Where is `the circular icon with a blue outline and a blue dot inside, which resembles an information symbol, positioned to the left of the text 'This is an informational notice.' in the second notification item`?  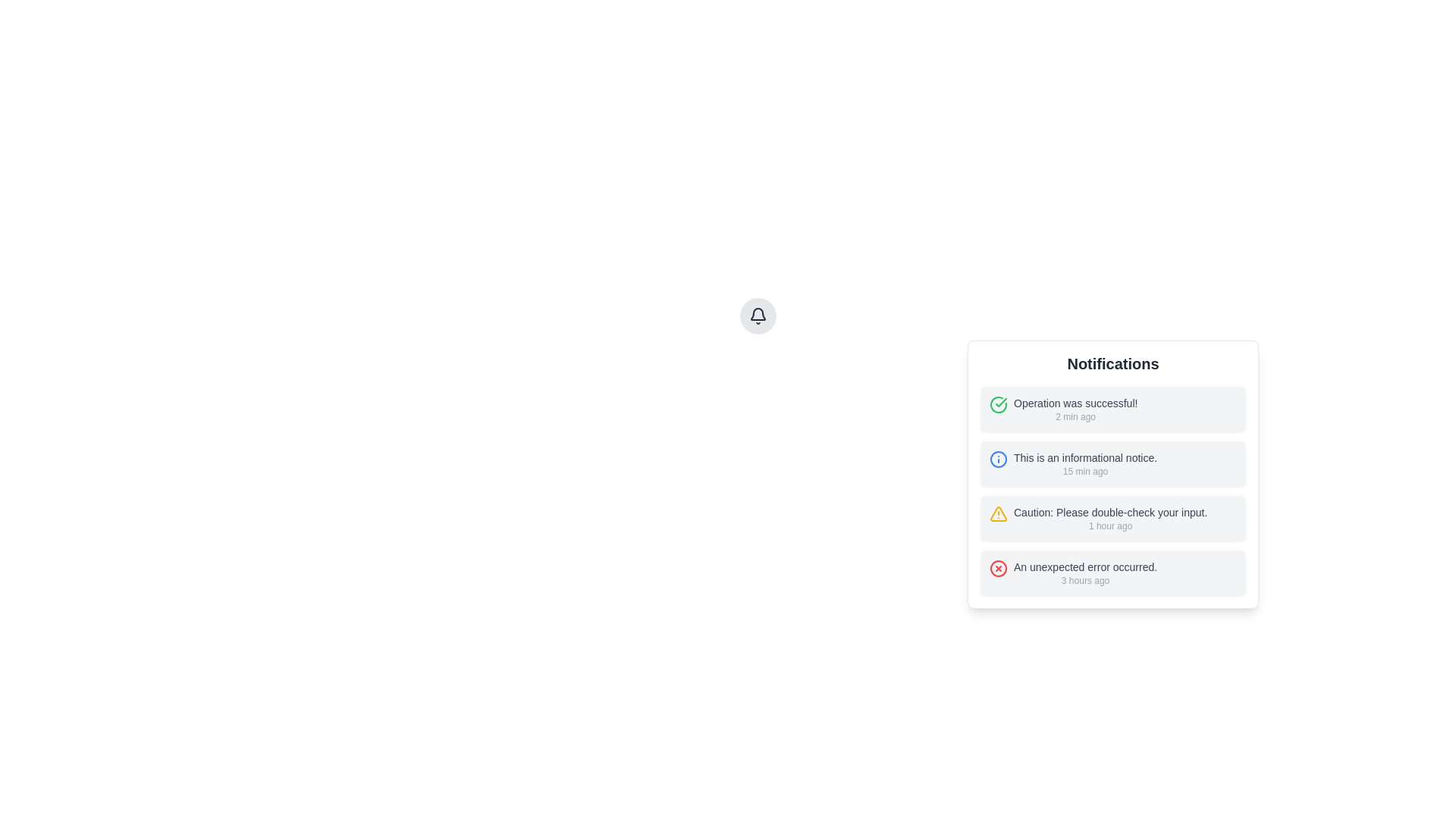
the circular icon with a blue outline and a blue dot inside, which resembles an information symbol, positioned to the left of the text 'This is an informational notice.' in the second notification item is located at coordinates (998, 458).